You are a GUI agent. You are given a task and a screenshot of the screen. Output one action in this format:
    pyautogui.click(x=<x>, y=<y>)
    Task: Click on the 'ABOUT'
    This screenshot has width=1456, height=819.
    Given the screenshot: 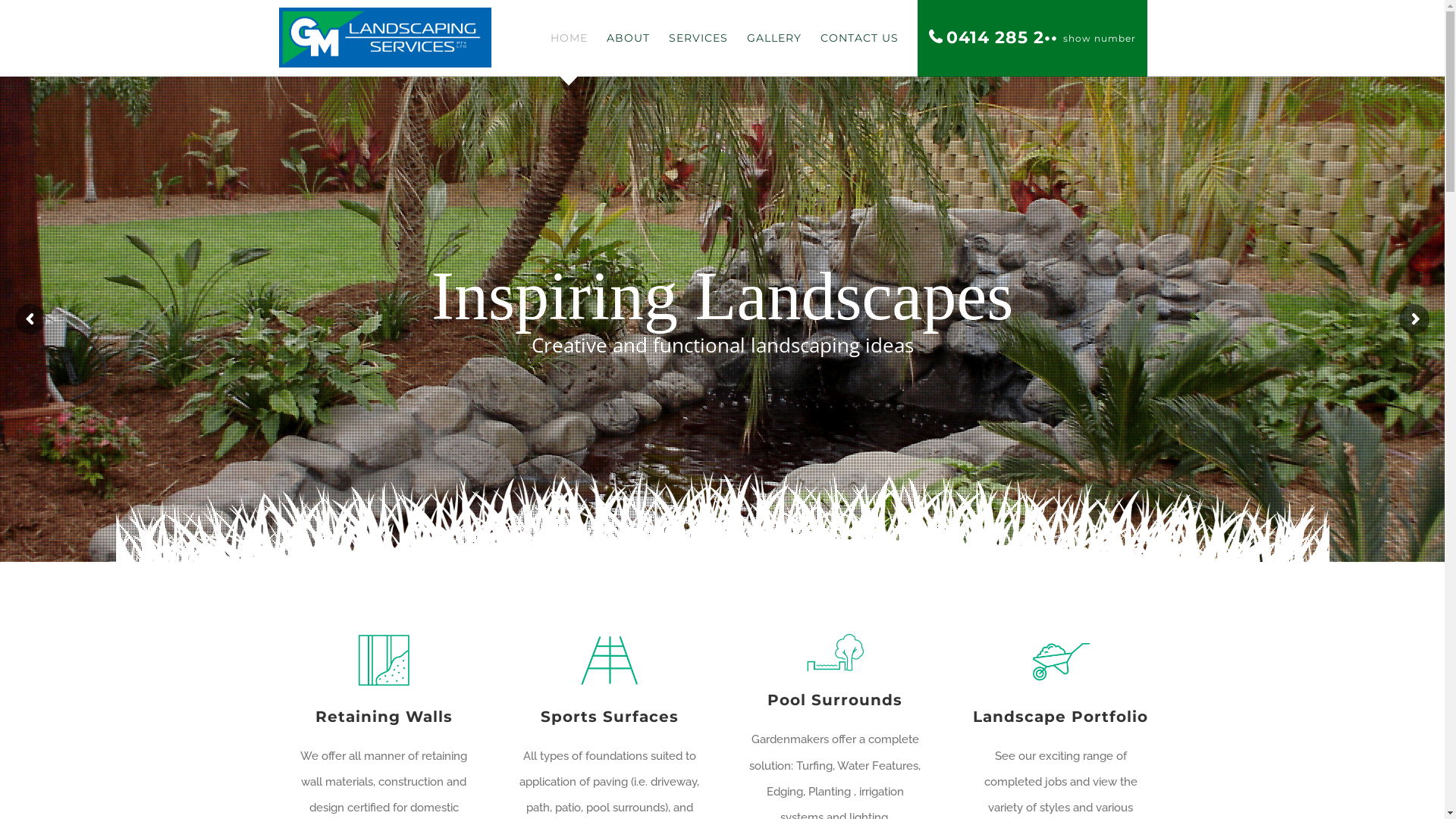 What is the action you would take?
    pyautogui.click(x=628, y=37)
    